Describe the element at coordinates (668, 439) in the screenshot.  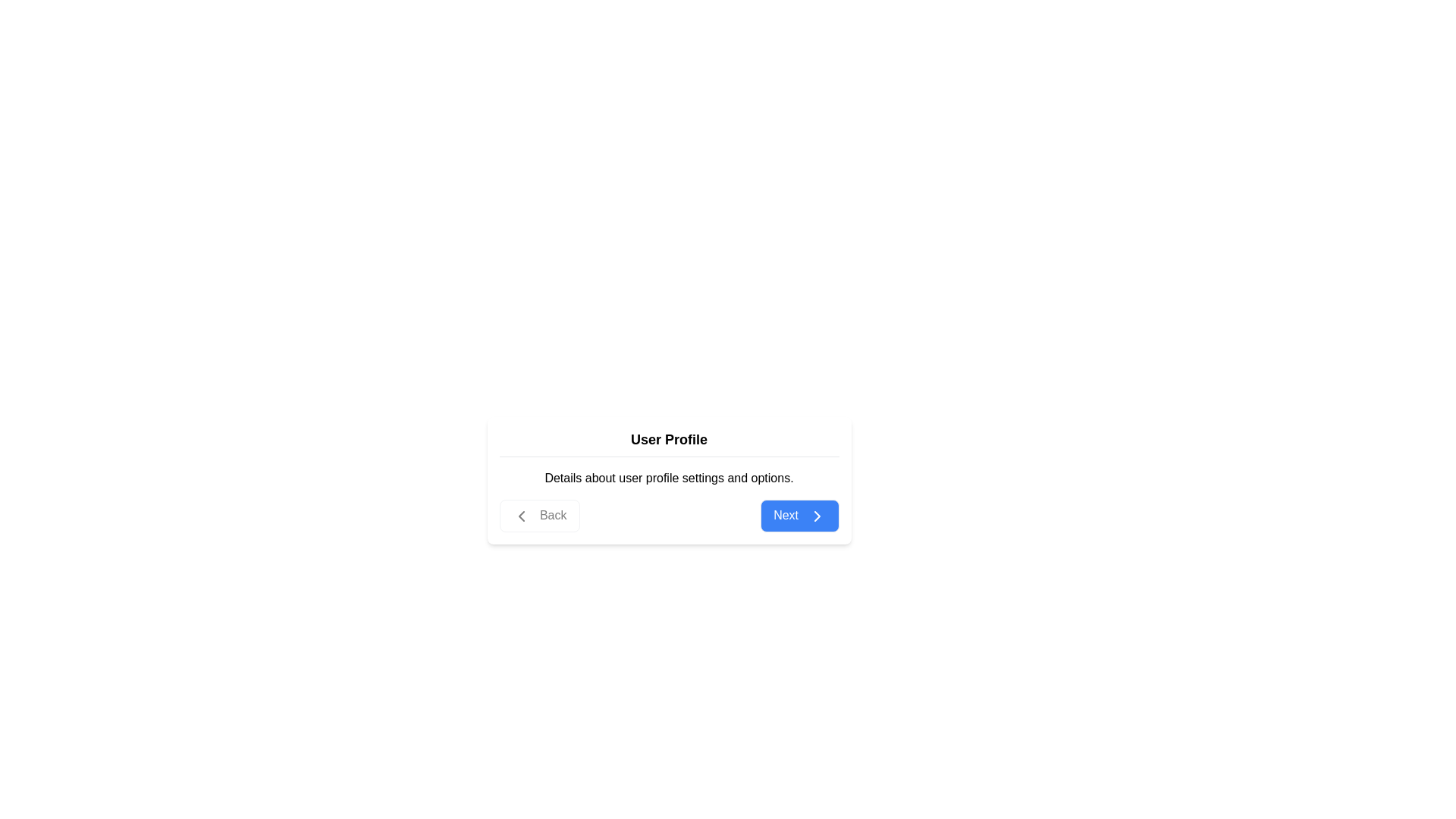
I see `the 'User Profile' text label, which is displayed in bold and larger font at the top of the card-like section` at that location.